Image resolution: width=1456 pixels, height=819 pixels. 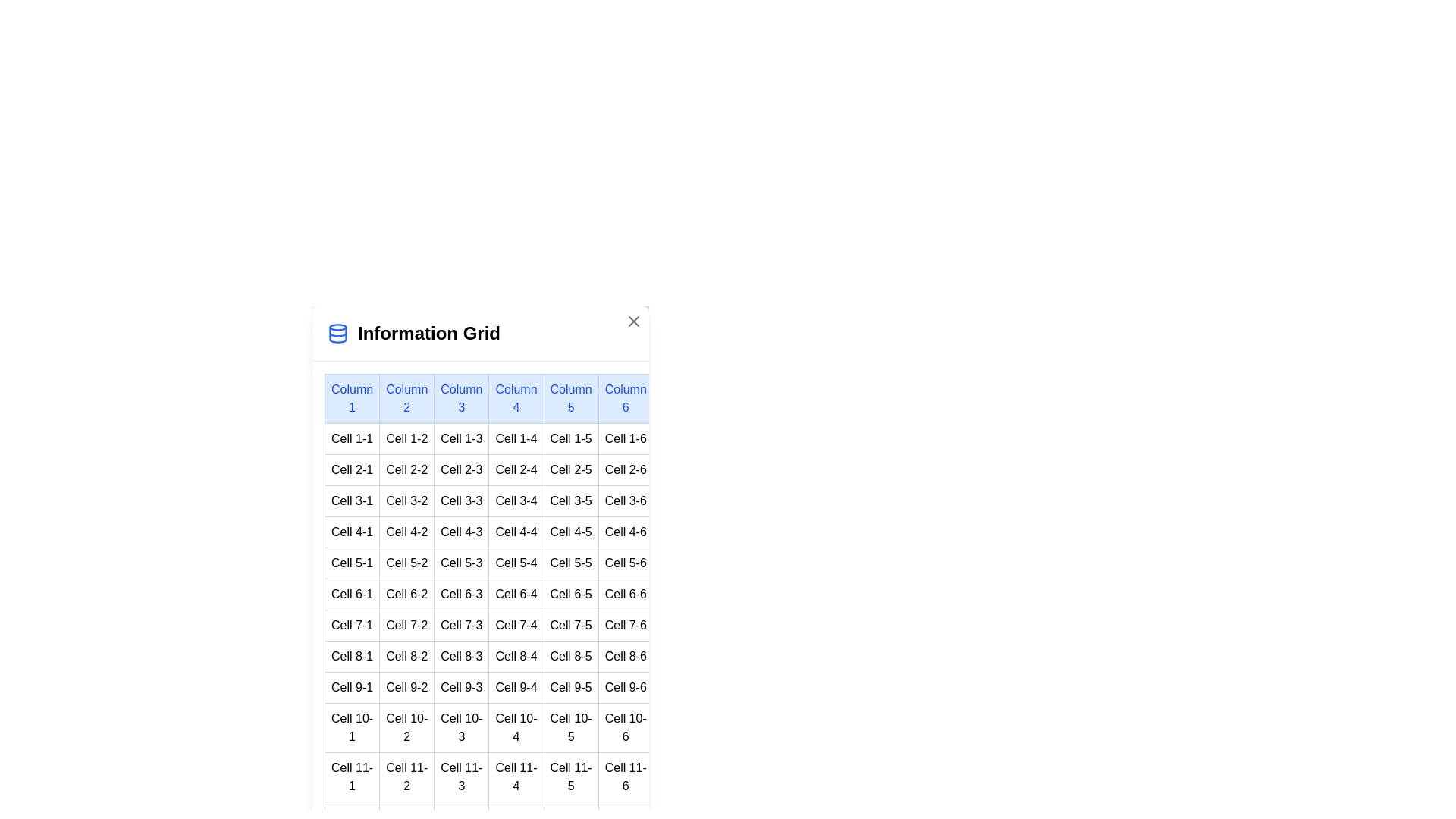 I want to click on the header of the table to focus on it and read its content, so click(x=543, y=397).